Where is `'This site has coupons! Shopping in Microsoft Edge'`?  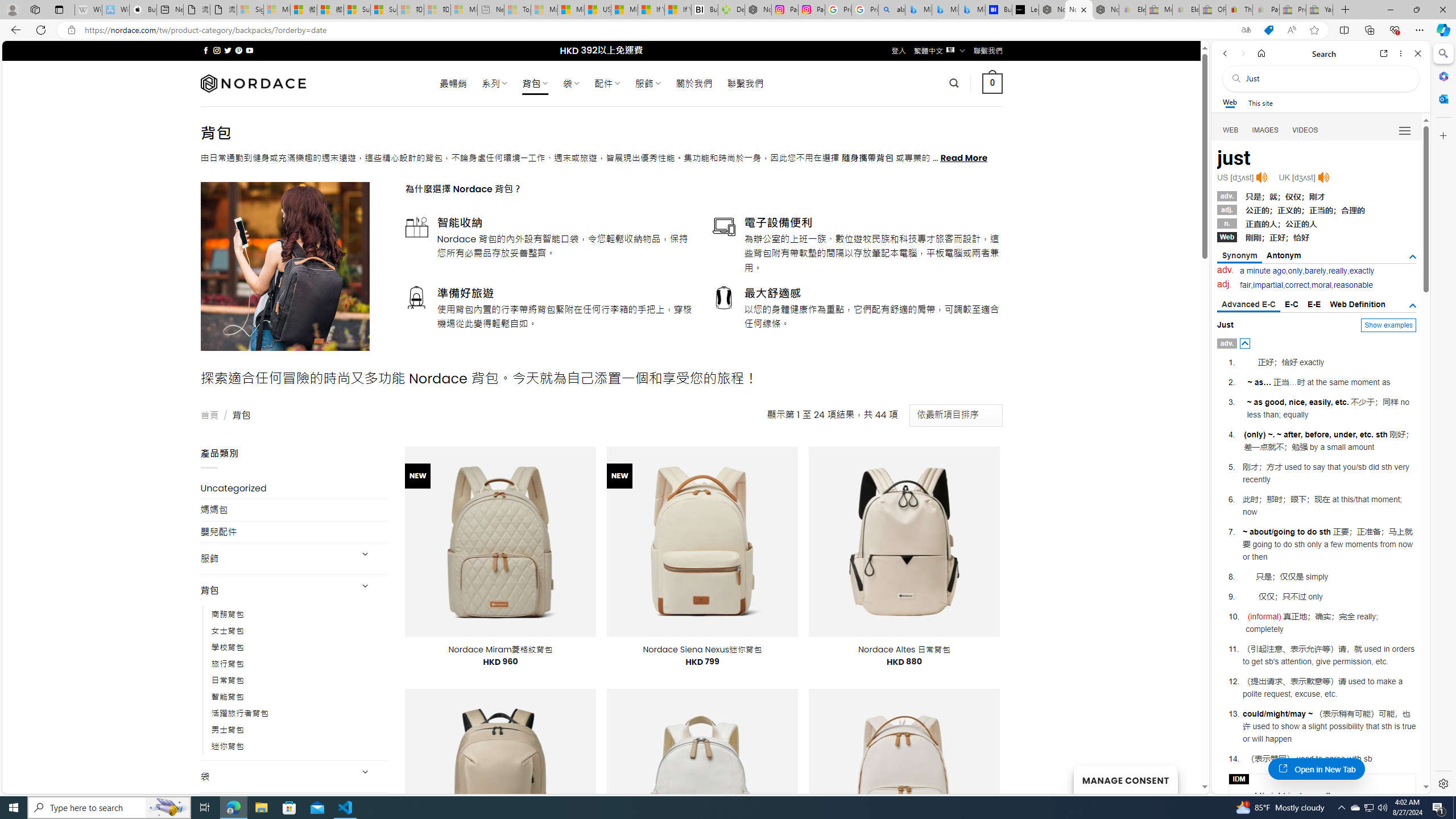
'This site has coupons! Shopping in Microsoft Edge' is located at coordinates (1268, 30).